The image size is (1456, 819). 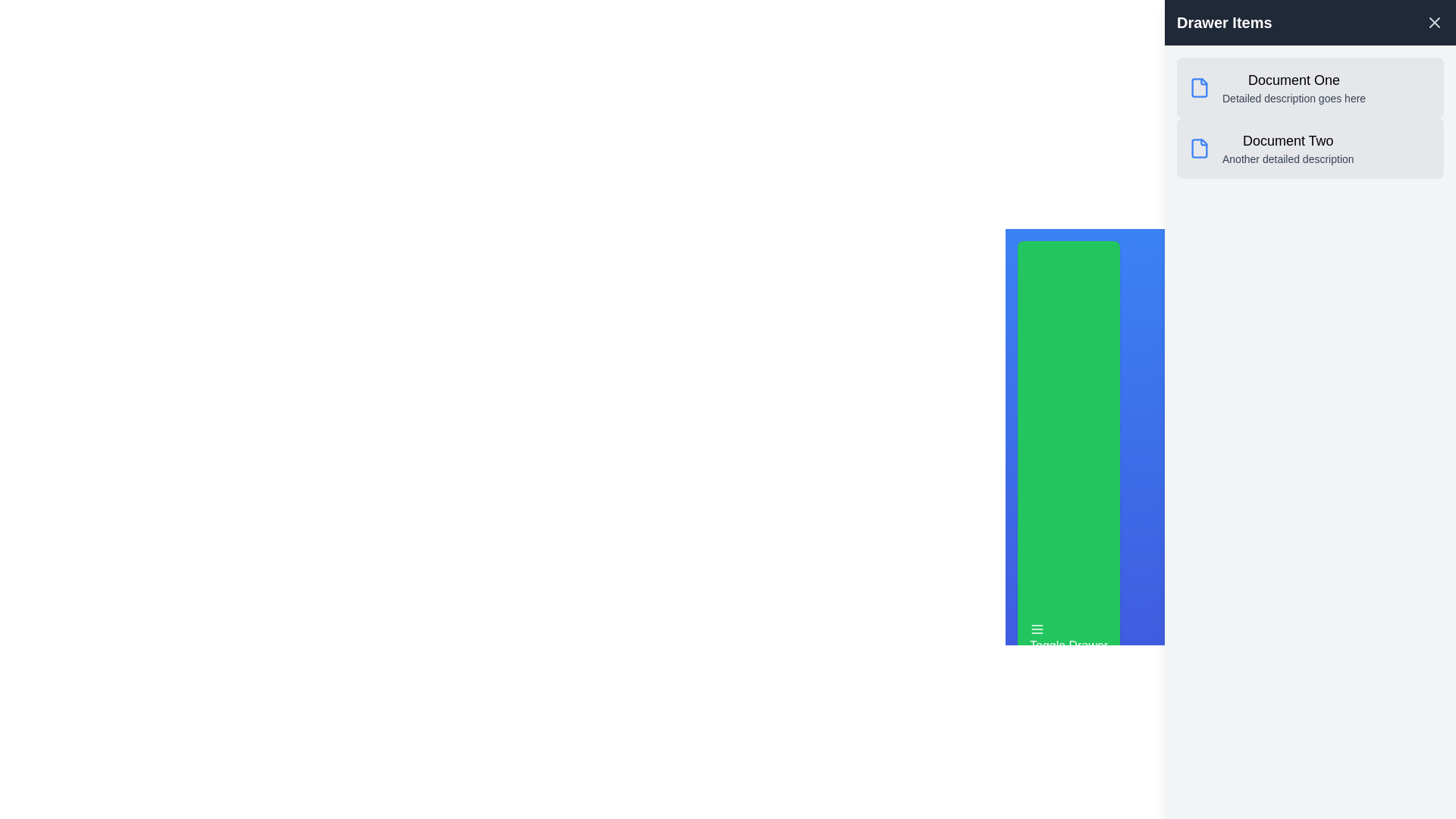 What do you see at coordinates (1068, 638) in the screenshot?
I see `the 'Toggle Drawer' button to toggle the visibility of the drawer` at bounding box center [1068, 638].